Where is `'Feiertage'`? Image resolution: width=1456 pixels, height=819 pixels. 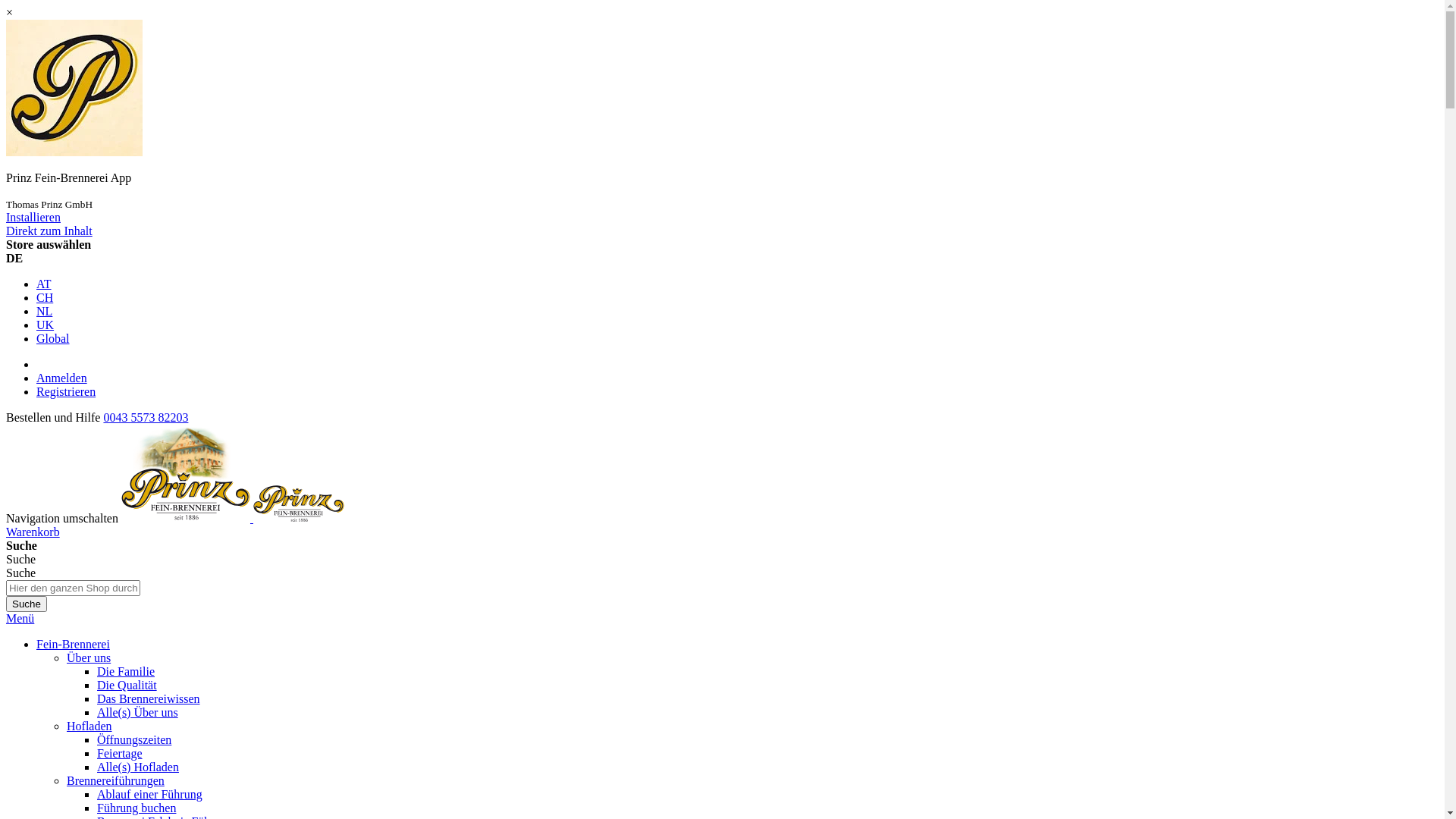 'Feiertage' is located at coordinates (96, 753).